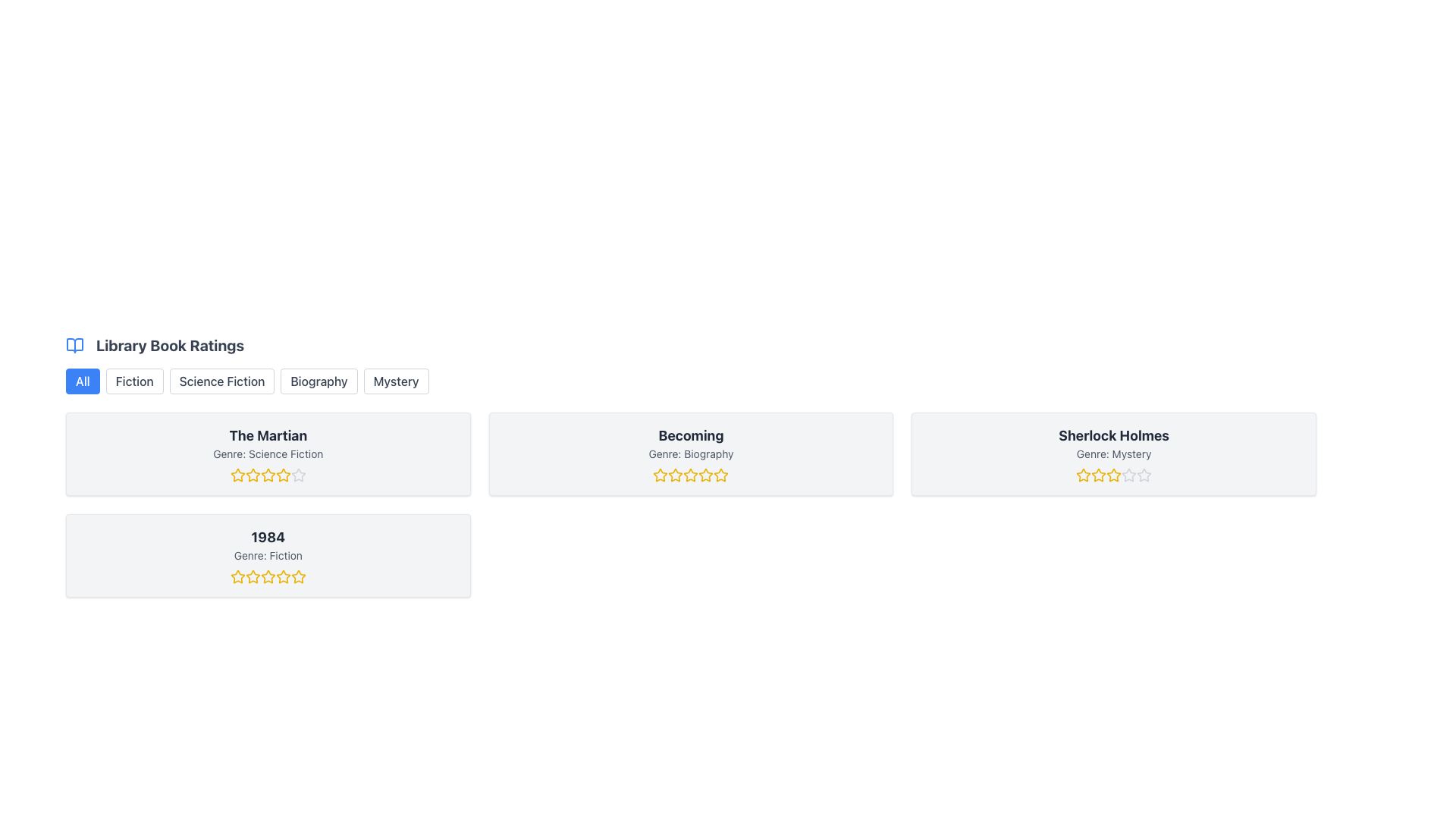 This screenshot has width=1456, height=819. What do you see at coordinates (268, 474) in the screenshot?
I see `the third yellow star icon with a hollow center in the rating system for the book 'The Martian'` at bounding box center [268, 474].